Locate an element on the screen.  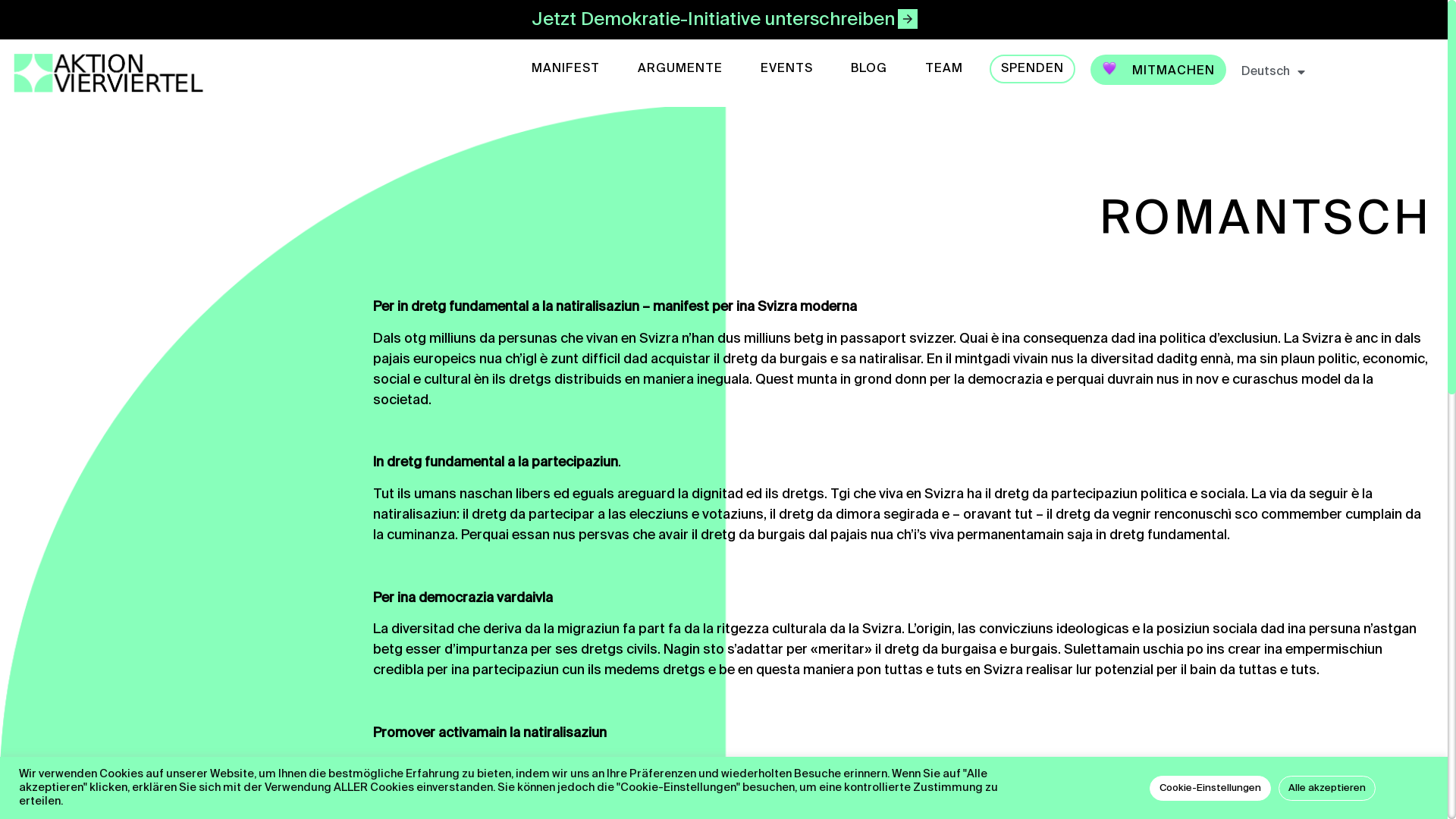
'MANIFEST' is located at coordinates (564, 69).